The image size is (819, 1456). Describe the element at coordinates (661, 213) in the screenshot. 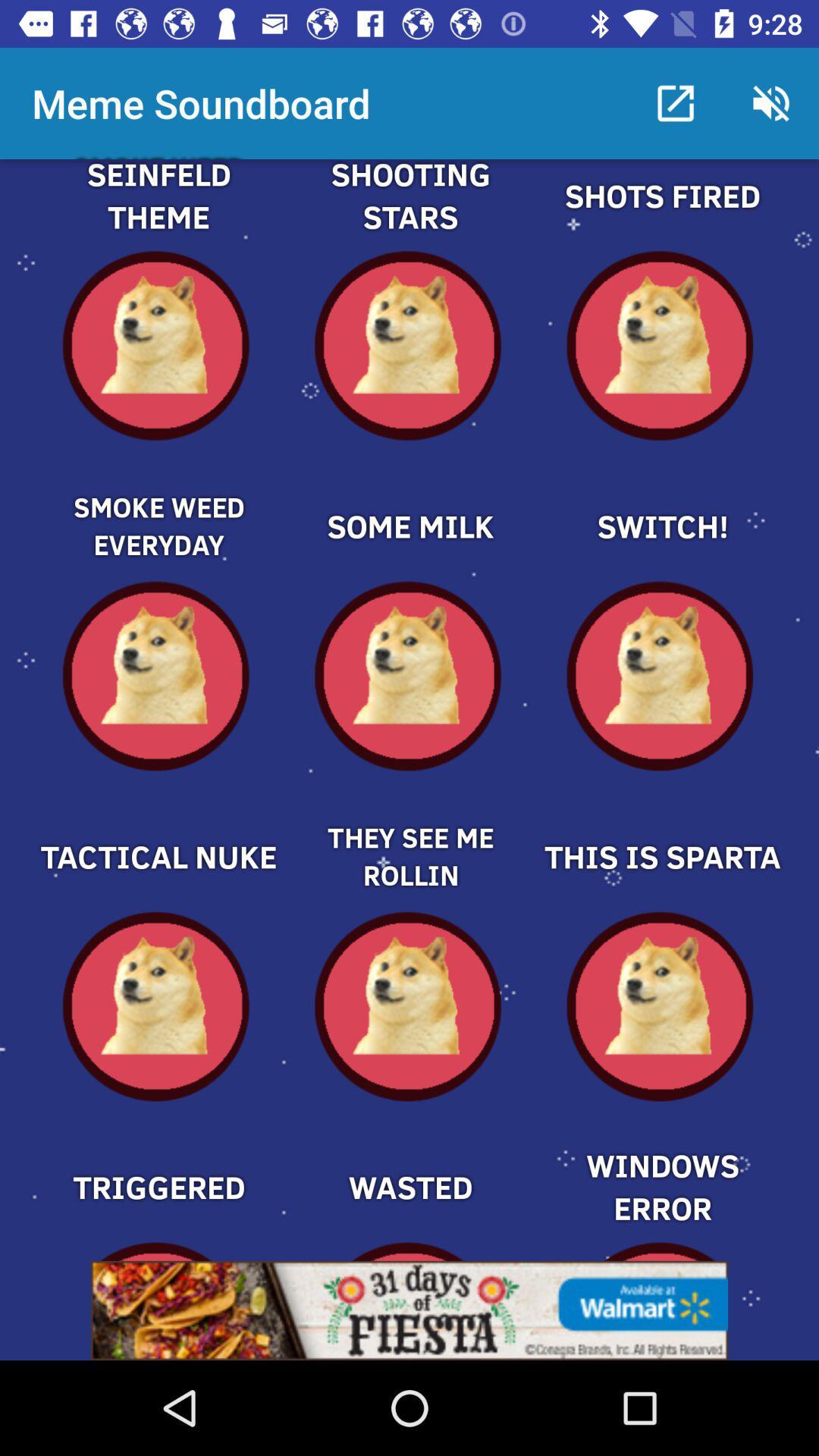

I see `sound of shots fired` at that location.